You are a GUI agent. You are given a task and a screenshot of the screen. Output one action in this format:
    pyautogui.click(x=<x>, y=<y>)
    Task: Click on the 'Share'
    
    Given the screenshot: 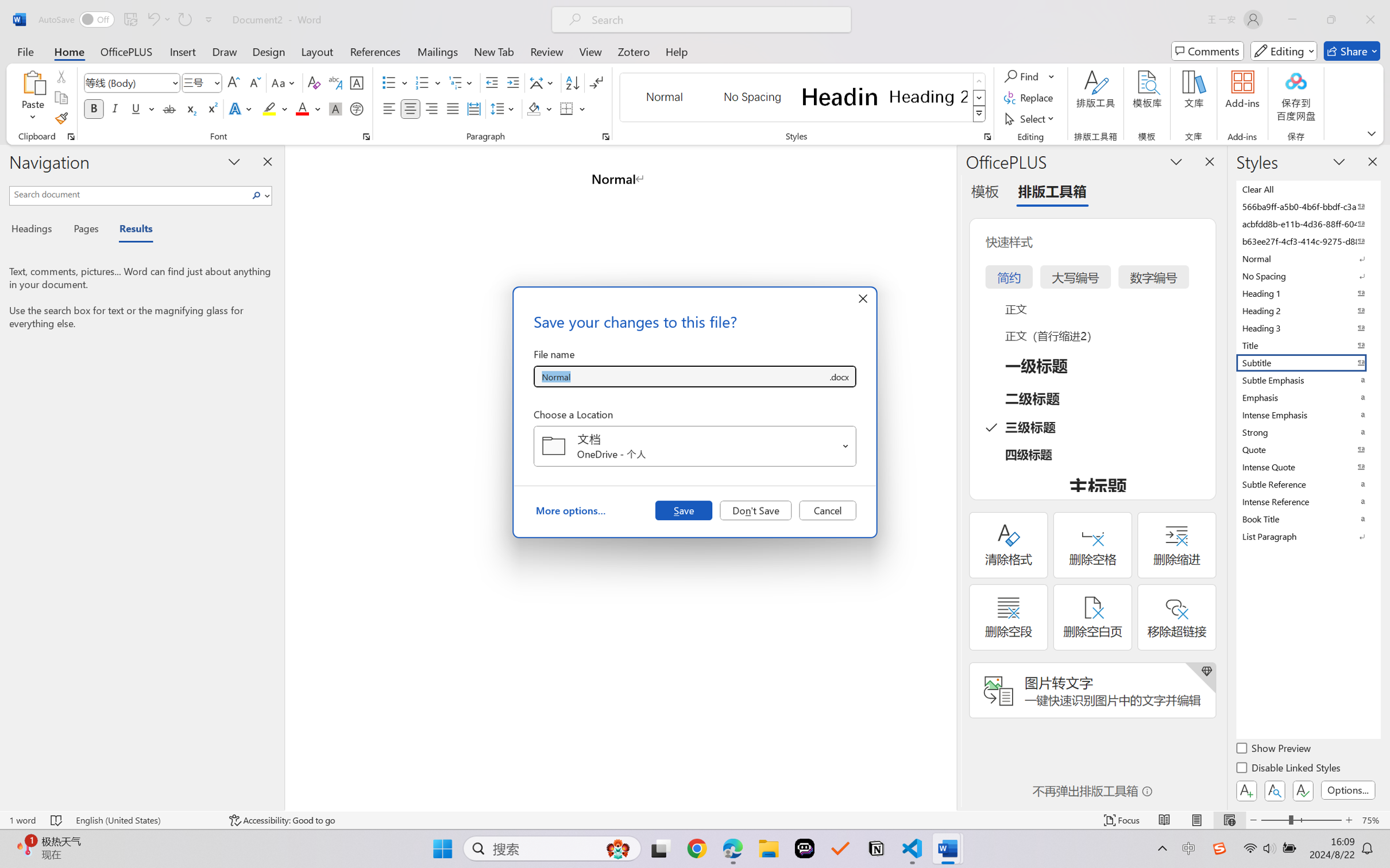 What is the action you would take?
    pyautogui.click(x=1351, y=51)
    